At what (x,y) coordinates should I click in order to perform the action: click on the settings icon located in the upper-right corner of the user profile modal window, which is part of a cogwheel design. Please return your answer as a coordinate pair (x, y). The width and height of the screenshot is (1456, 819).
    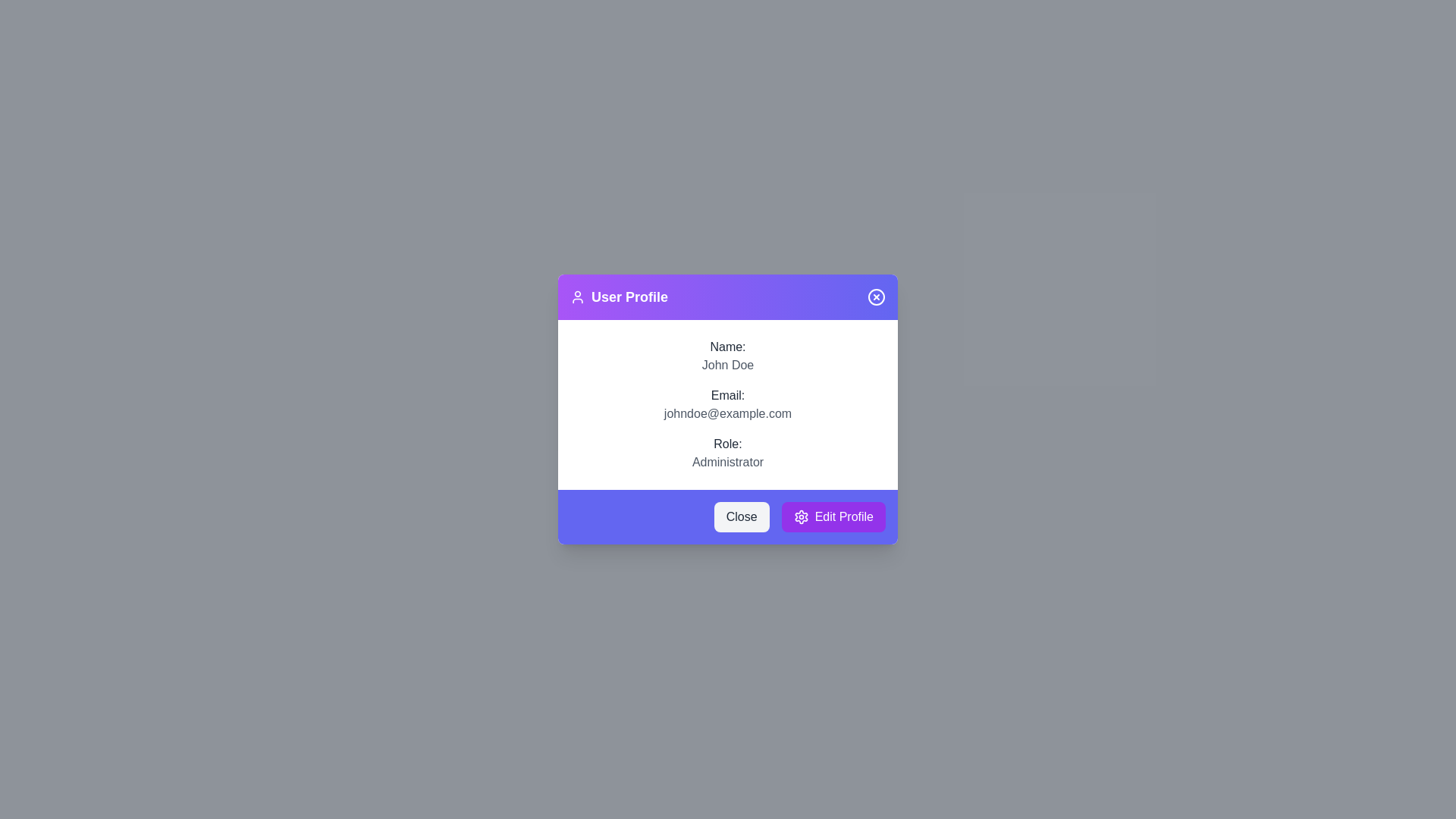
    Looking at the image, I should click on (800, 516).